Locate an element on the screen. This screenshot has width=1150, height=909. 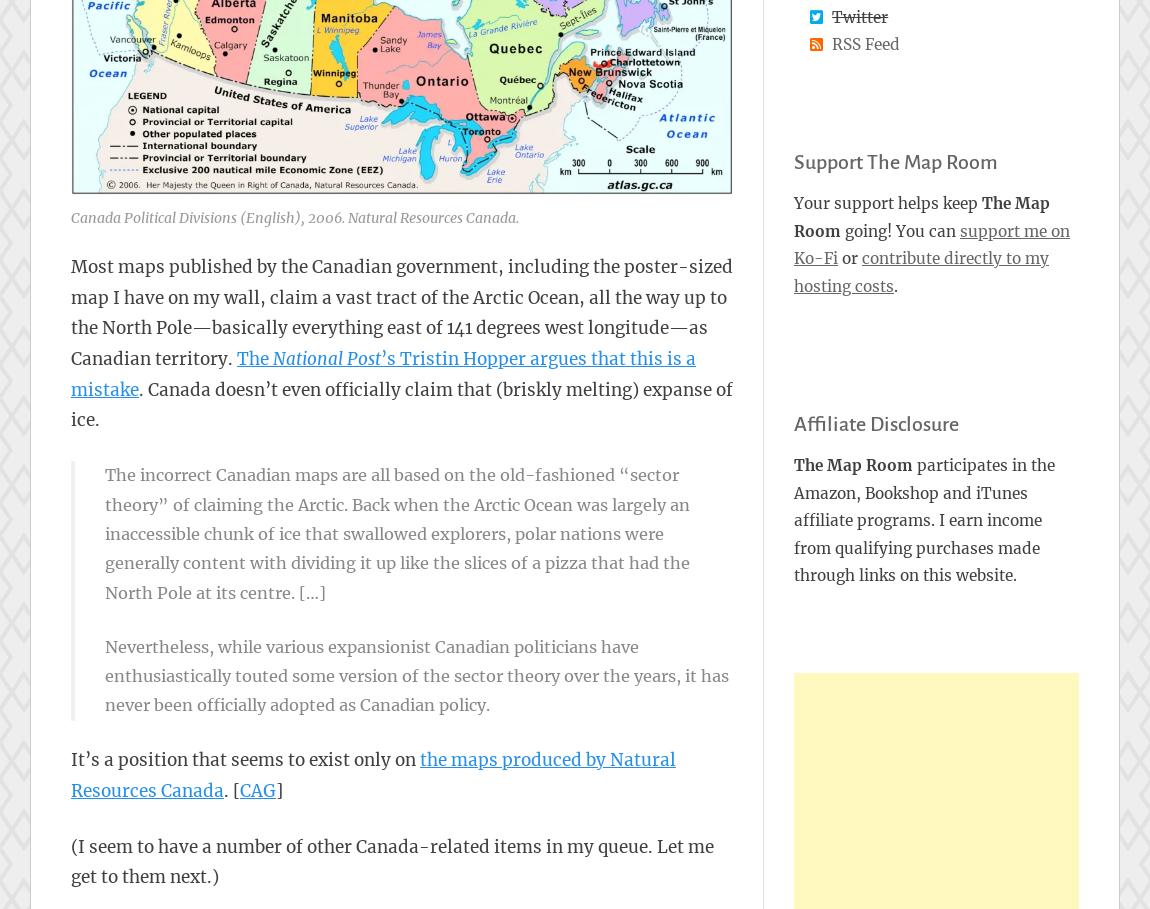
'(I seem to have a number of other Canada-related items in my queue. Let me get to them next.)' is located at coordinates (392, 860).